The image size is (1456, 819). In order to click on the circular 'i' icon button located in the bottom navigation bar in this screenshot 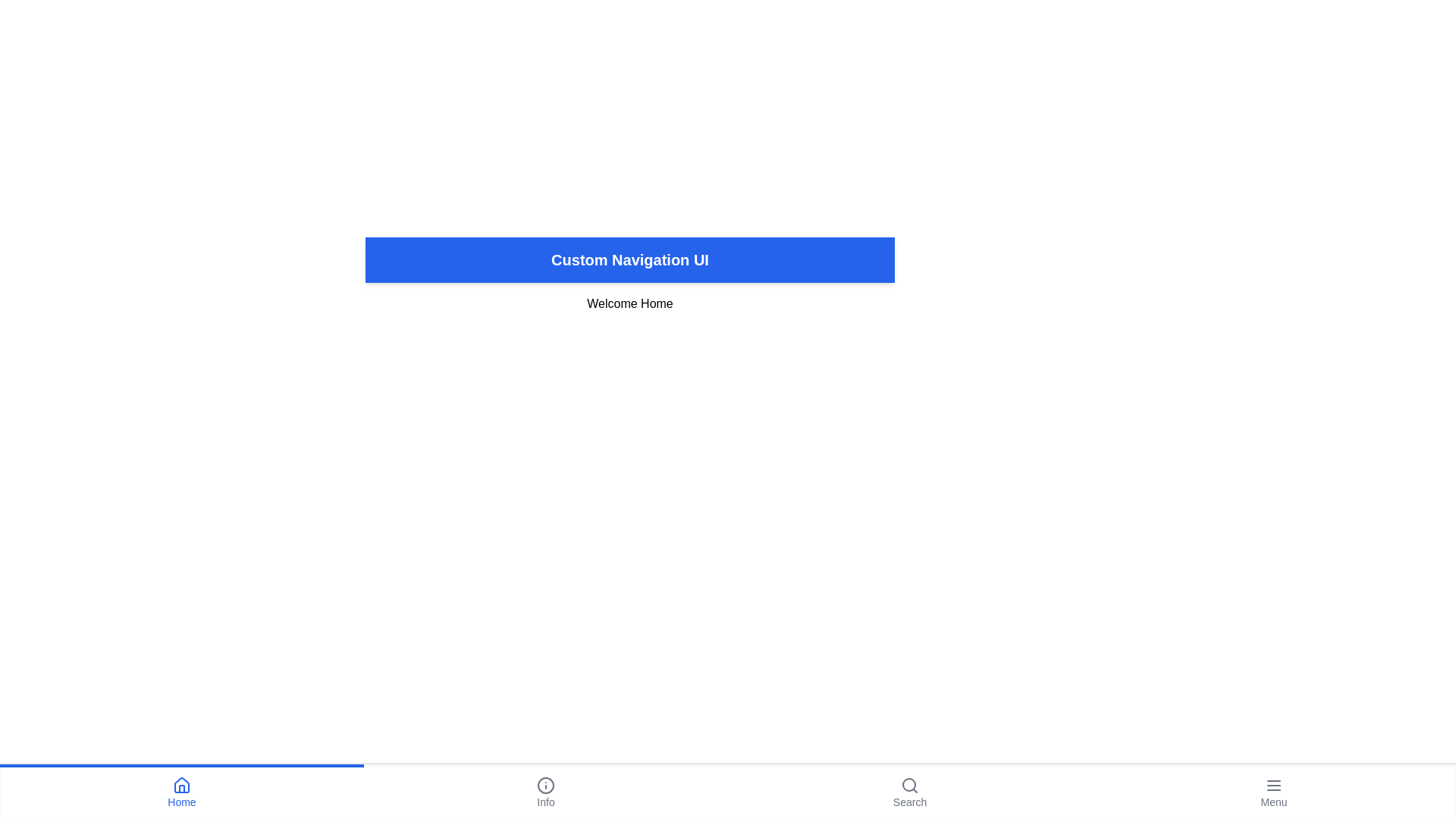, I will do `click(546, 785)`.